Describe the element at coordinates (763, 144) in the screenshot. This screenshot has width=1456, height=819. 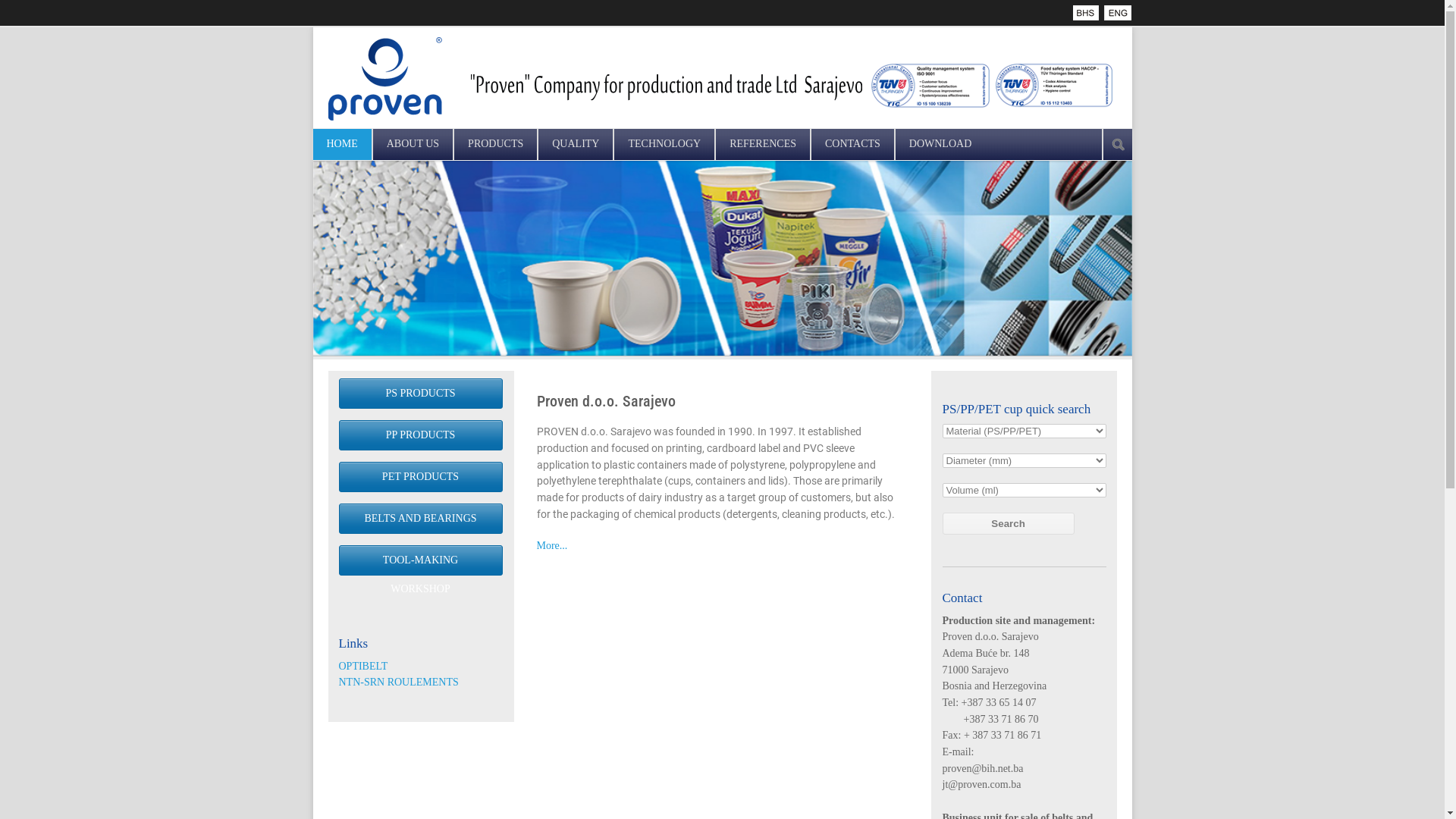
I see `'REFERENCES'` at that location.